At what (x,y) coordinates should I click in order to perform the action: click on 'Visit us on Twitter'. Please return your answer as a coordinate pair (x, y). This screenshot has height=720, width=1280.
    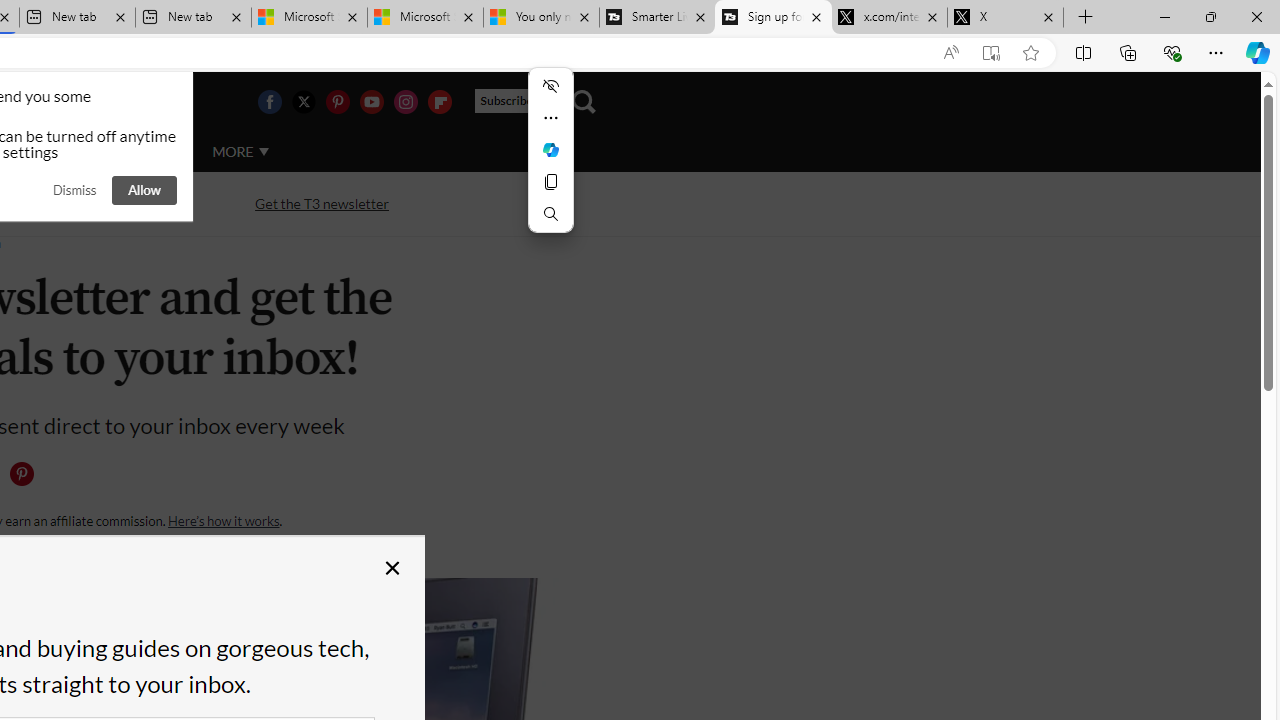
    Looking at the image, I should click on (302, 101).